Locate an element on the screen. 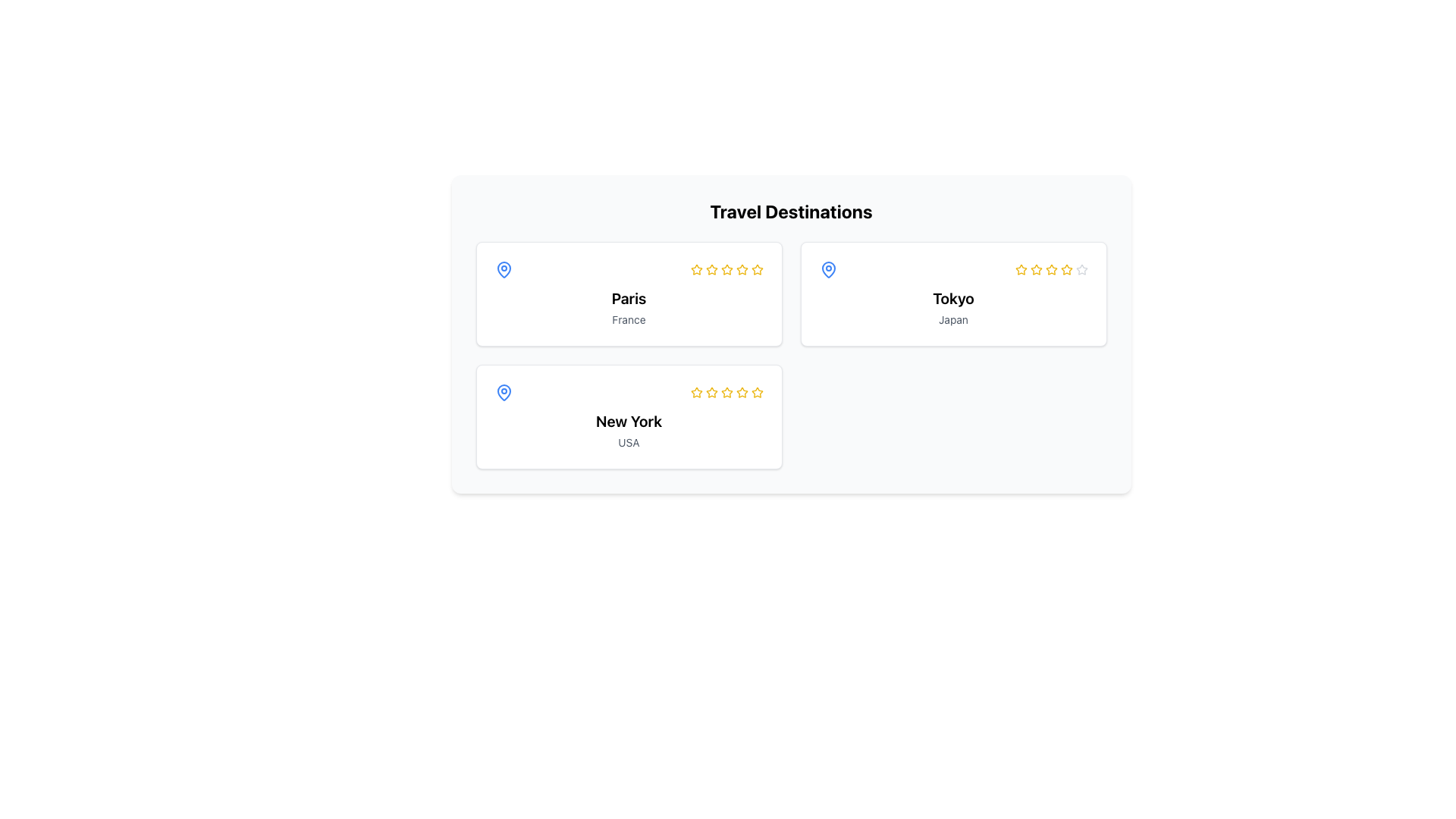 This screenshot has width=1456, height=819. the third star icon in the rating system for the 'Tokyo' travel destination, located in the top-right corner of the layout is located at coordinates (1050, 268).